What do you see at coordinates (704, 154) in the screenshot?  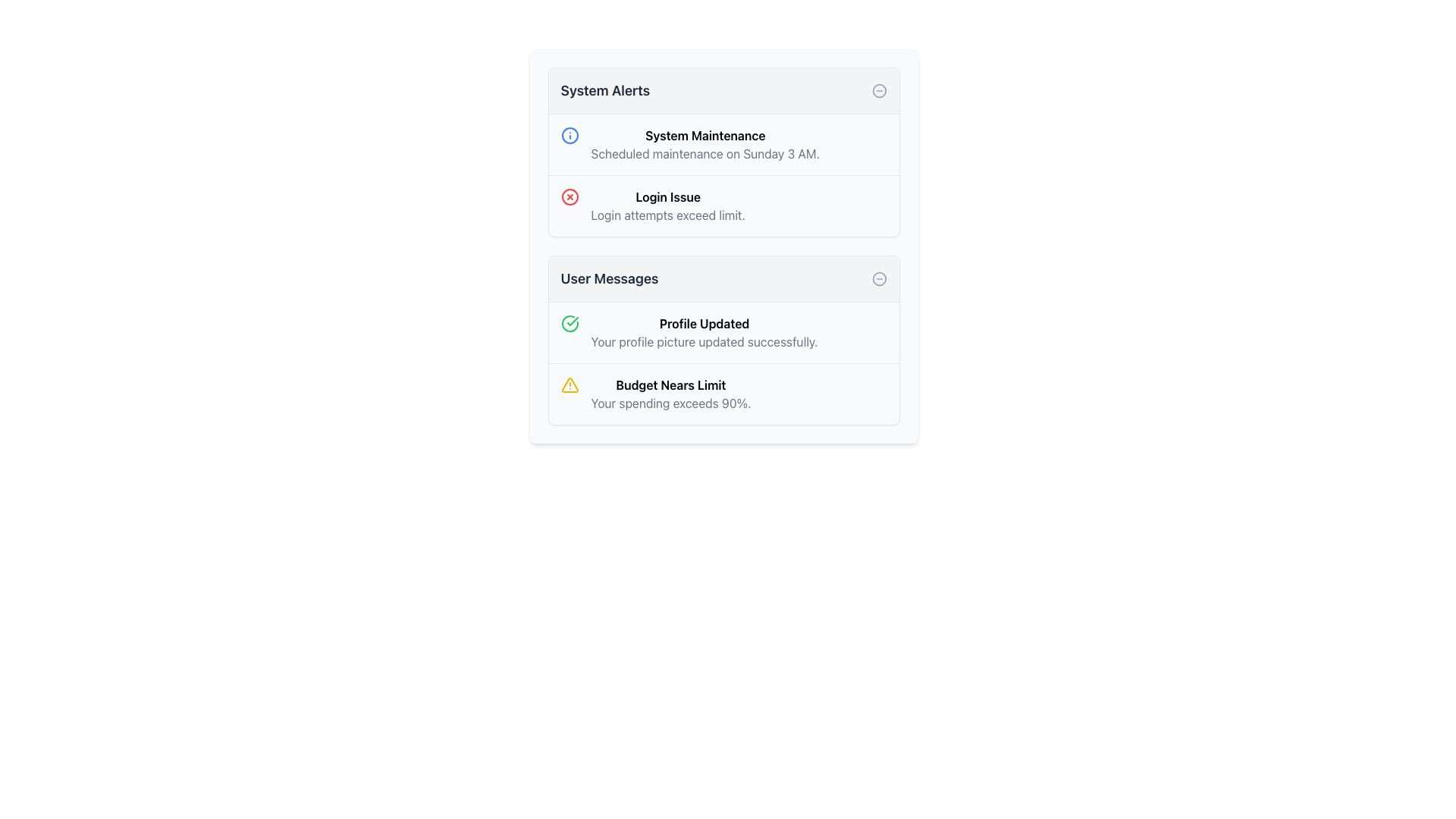 I see `the static text element displaying 'Scheduled maintenance on Sunday 3 AM.' located below the 'System Maintenance' heading in the 'System Alerts' section` at bounding box center [704, 154].